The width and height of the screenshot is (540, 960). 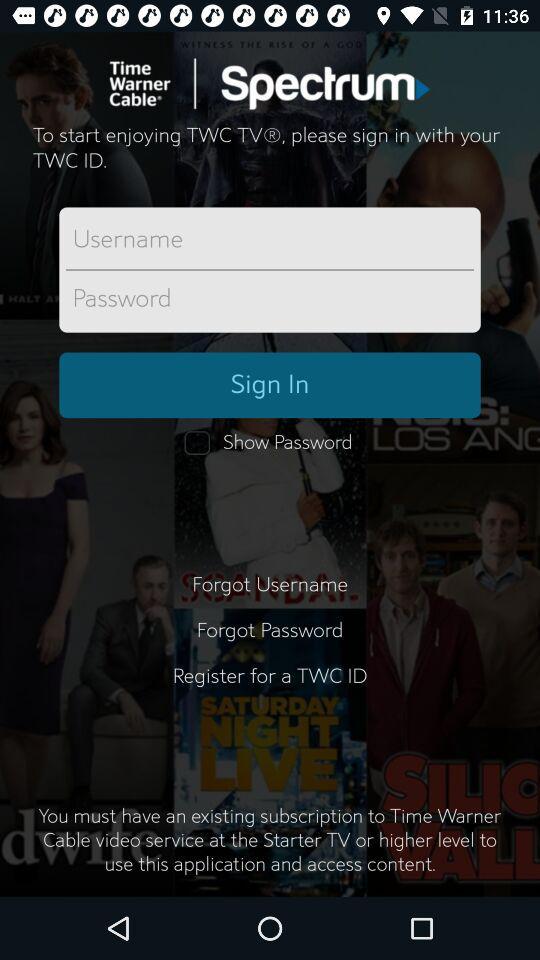 What do you see at coordinates (270, 298) in the screenshot?
I see `sign in with password` at bounding box center [270, 298].